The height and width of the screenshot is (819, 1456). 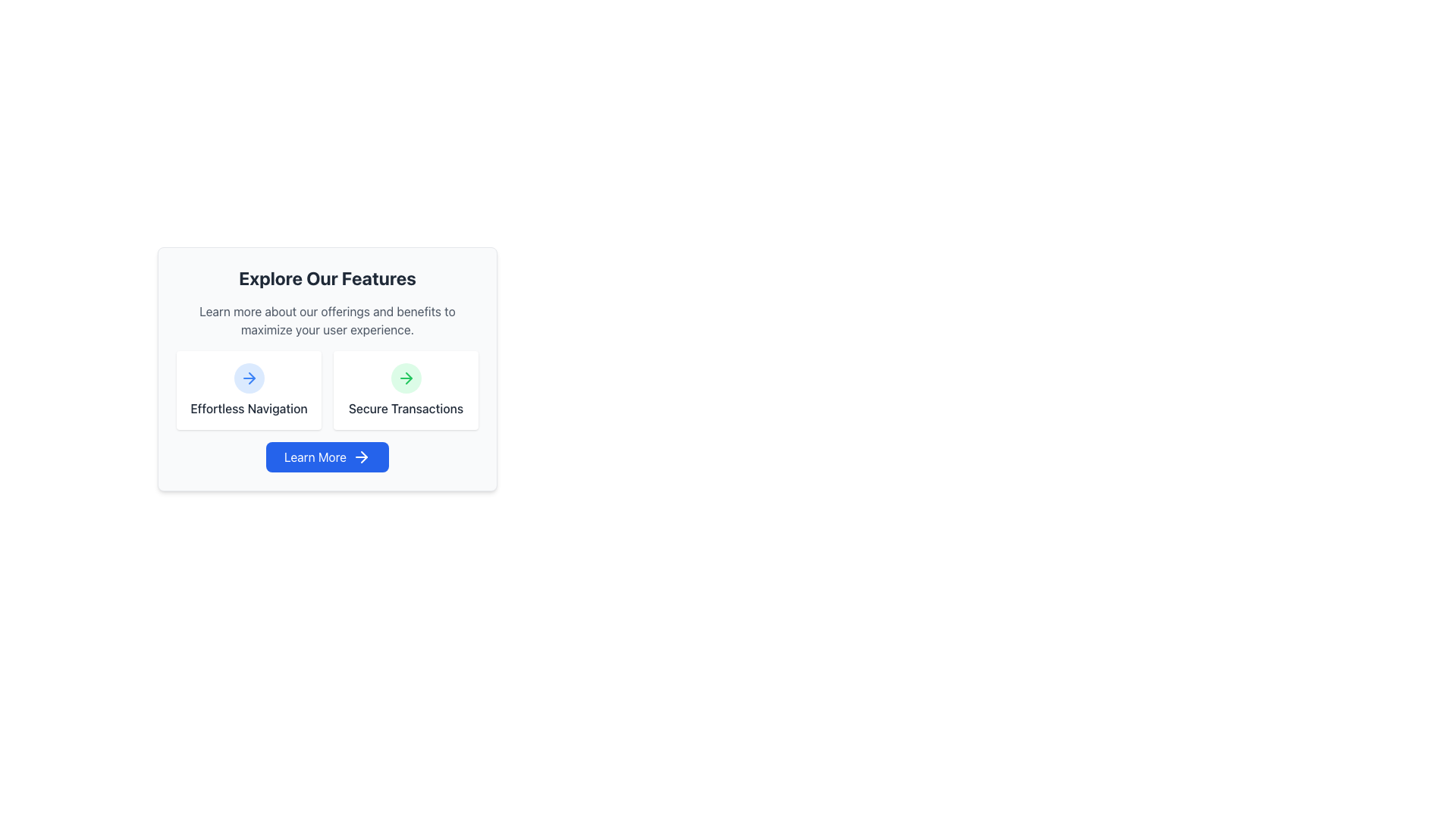 I want to click on the text header displaying 'Explore Our Features.' which is styled with a bold font and larger size, located at the top of a card-like section, so click(x=327, y=278).